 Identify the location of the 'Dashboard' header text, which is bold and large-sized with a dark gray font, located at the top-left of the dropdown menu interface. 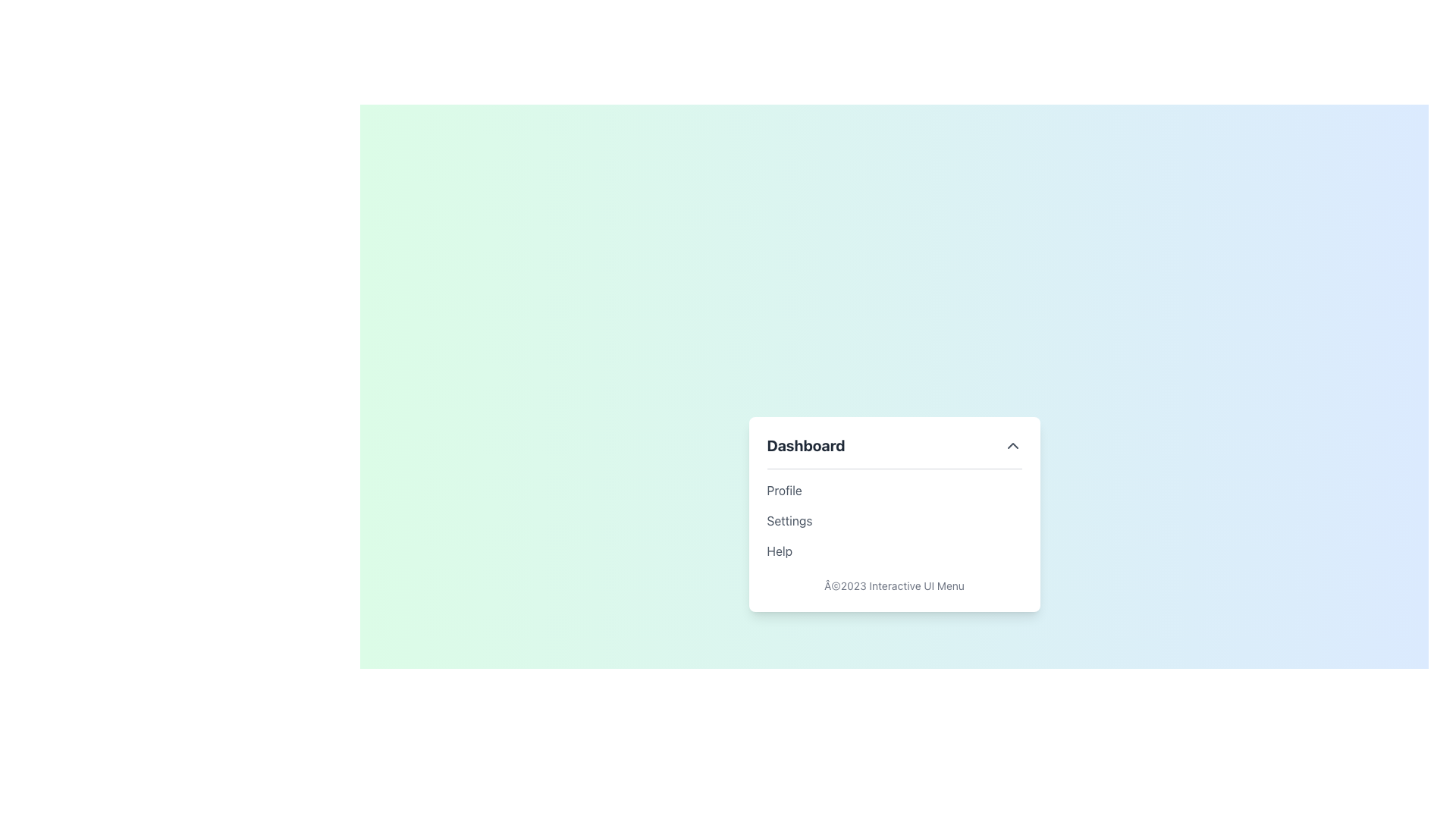
(805, 444).